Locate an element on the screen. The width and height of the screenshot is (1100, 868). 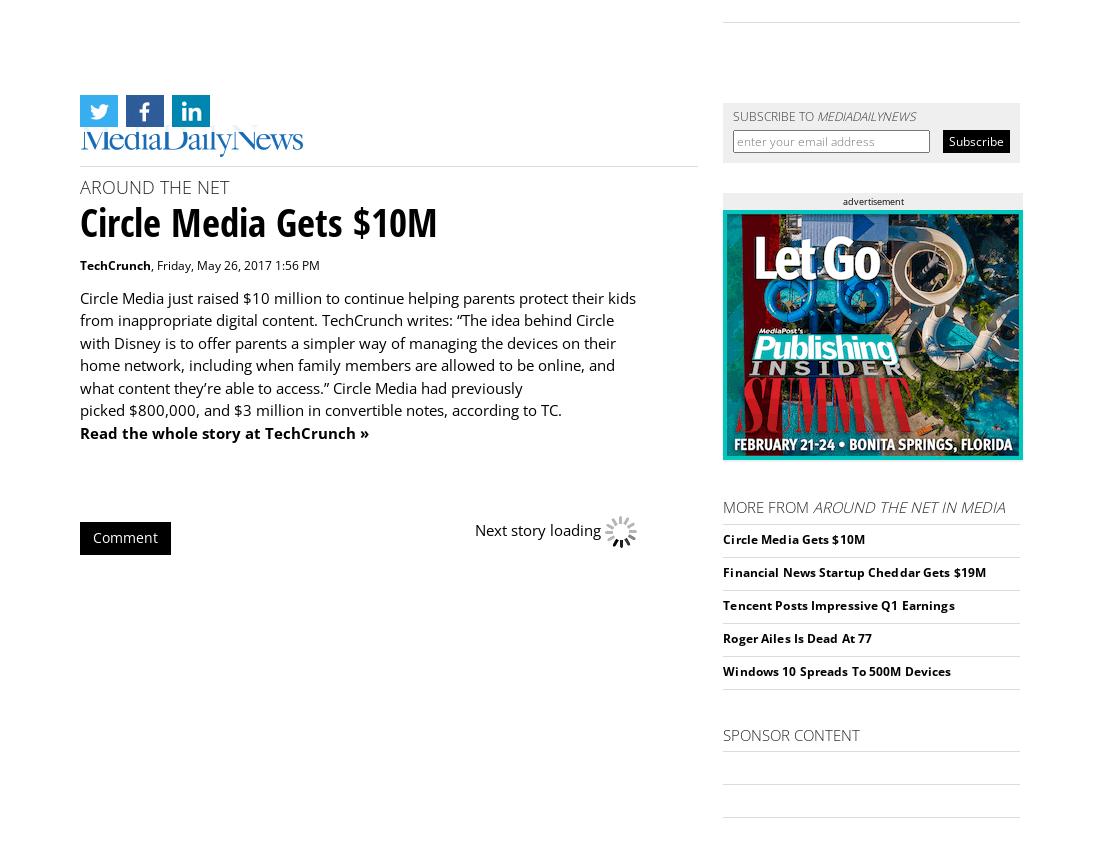
'Comment' is located at coordinates (125, 537).